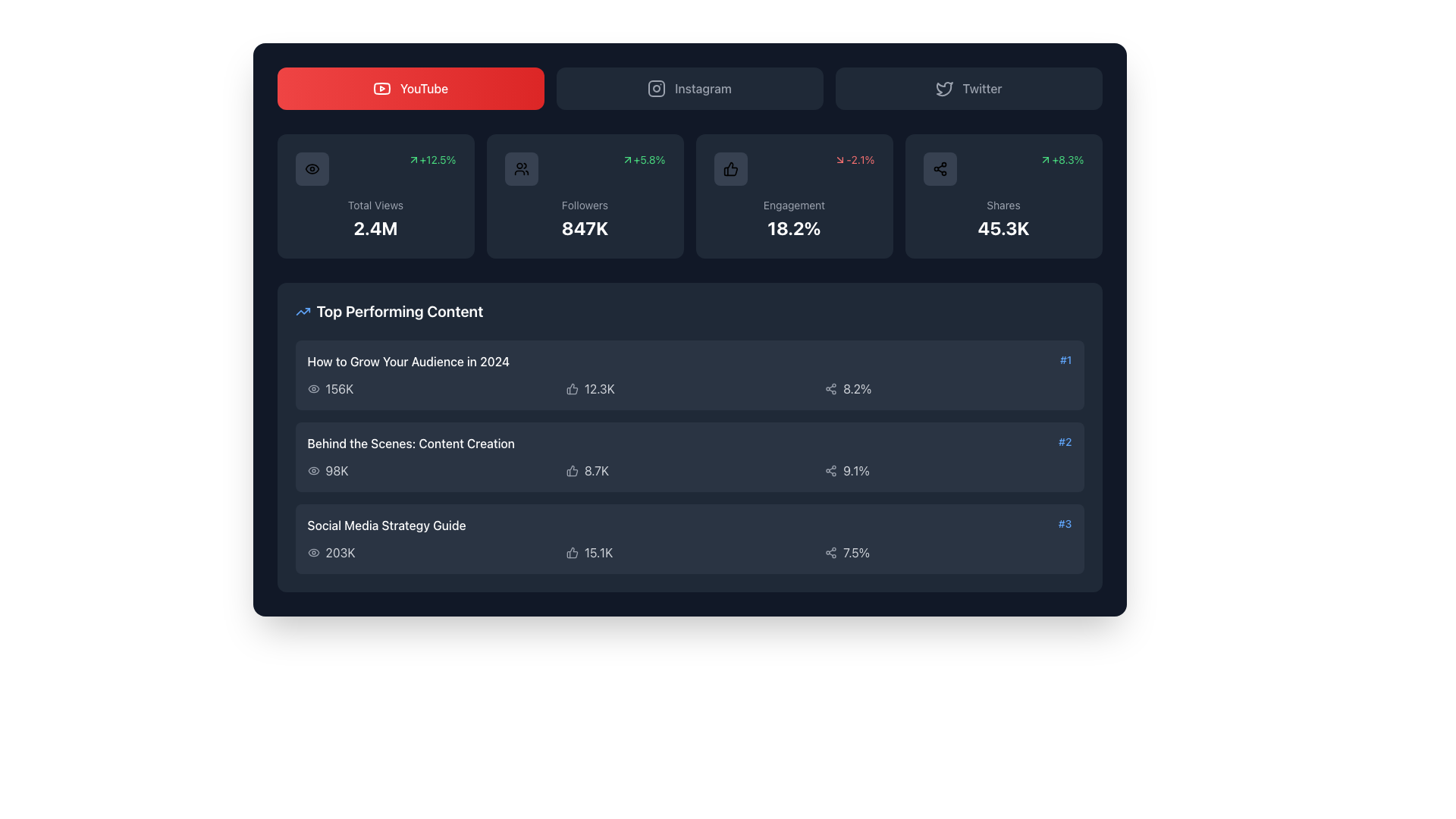 Image resolution: width=1456 pixels, height=819 pixels. What do you see at coordinates (375, 205) in the screenshot?
I see `the 'Total Views' text label, which is styled in light gray against a dark background and indicates secondary information about view metrics` at bounding box center [375, 205].